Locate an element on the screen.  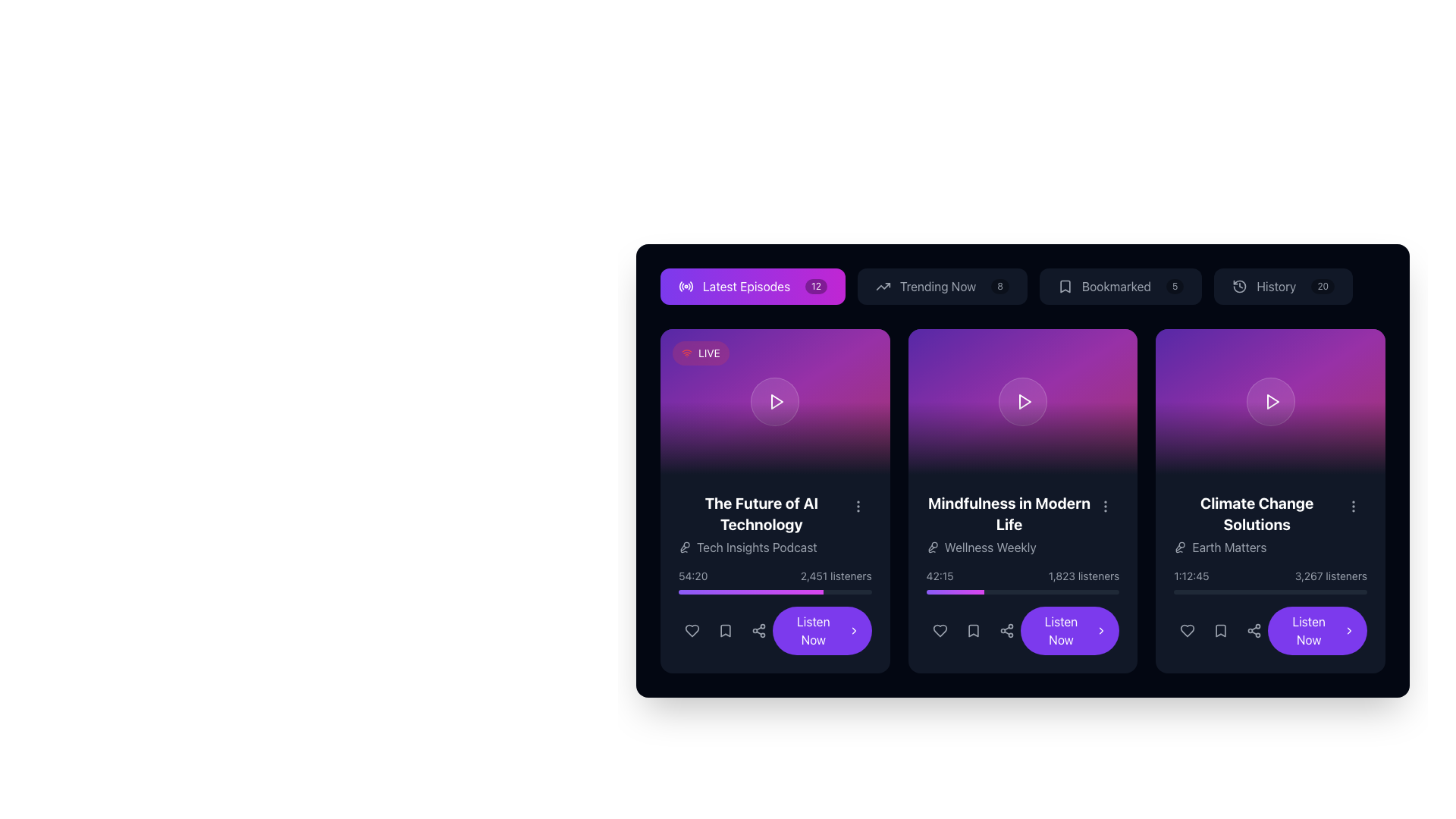
the call-to-action button at the bottom right of the card labeled 'The Future of AI Technology' is located at coordinates (821, 631).